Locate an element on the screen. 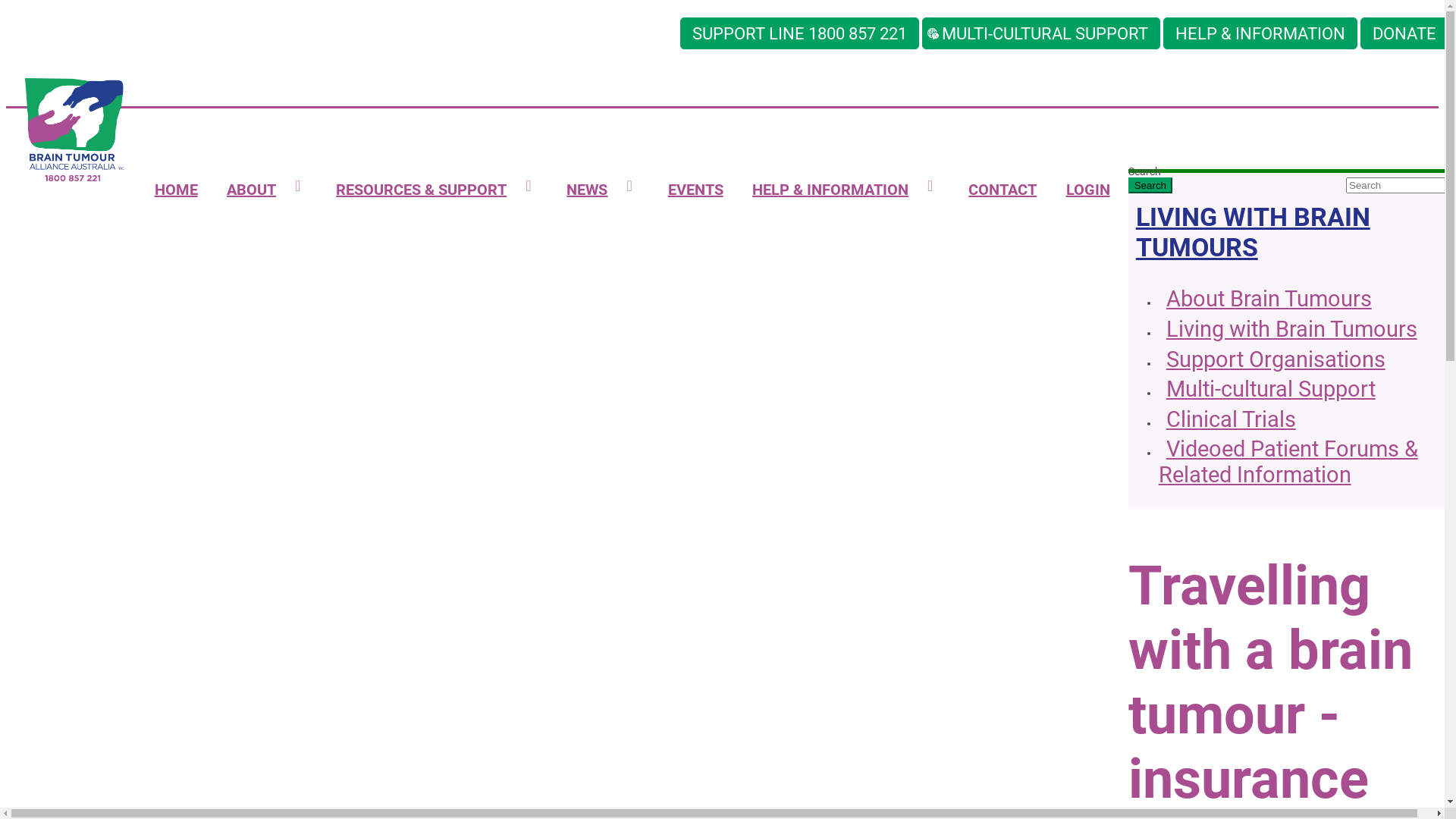 Image resolution: width=1456 pixels, height=819 pixels. 'MULTI-CULTURAL SUPPORT' is located at coordinates (1040, 33).